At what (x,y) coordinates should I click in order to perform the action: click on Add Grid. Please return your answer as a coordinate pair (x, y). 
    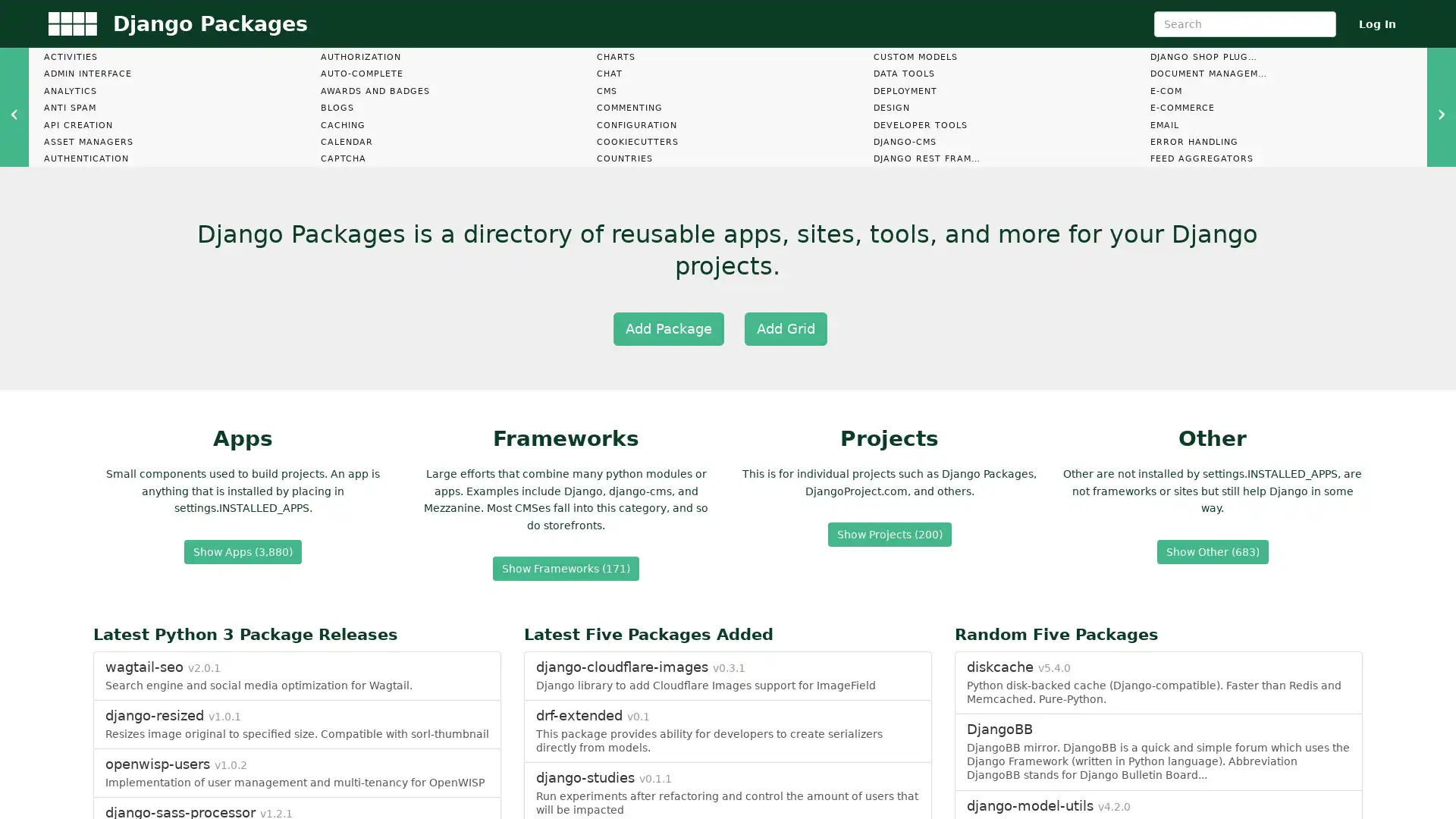
    Looking at the image, I should click on (785, 327).